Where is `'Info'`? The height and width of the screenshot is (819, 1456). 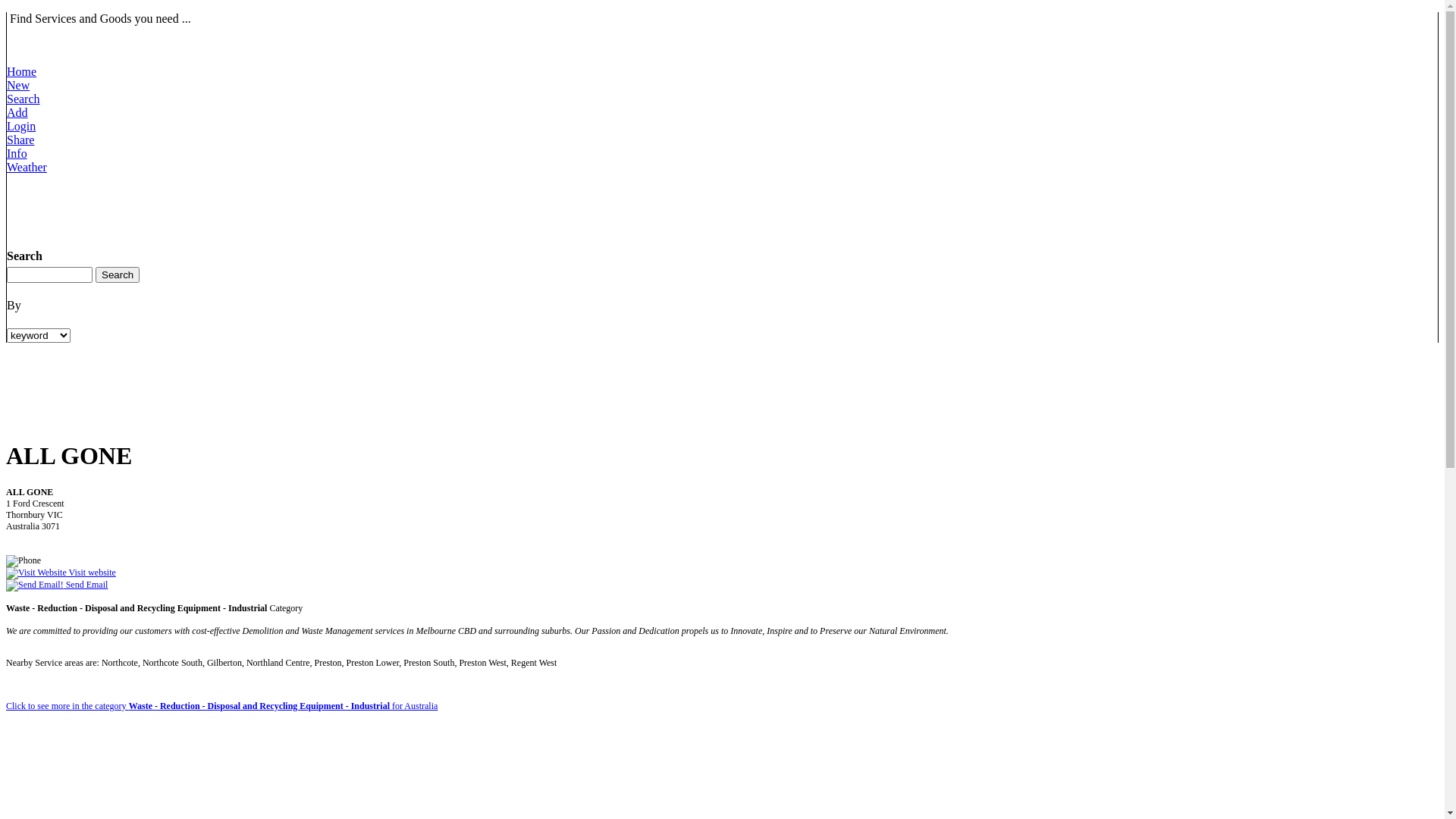
'Info' is located at coordinates (20, 160).